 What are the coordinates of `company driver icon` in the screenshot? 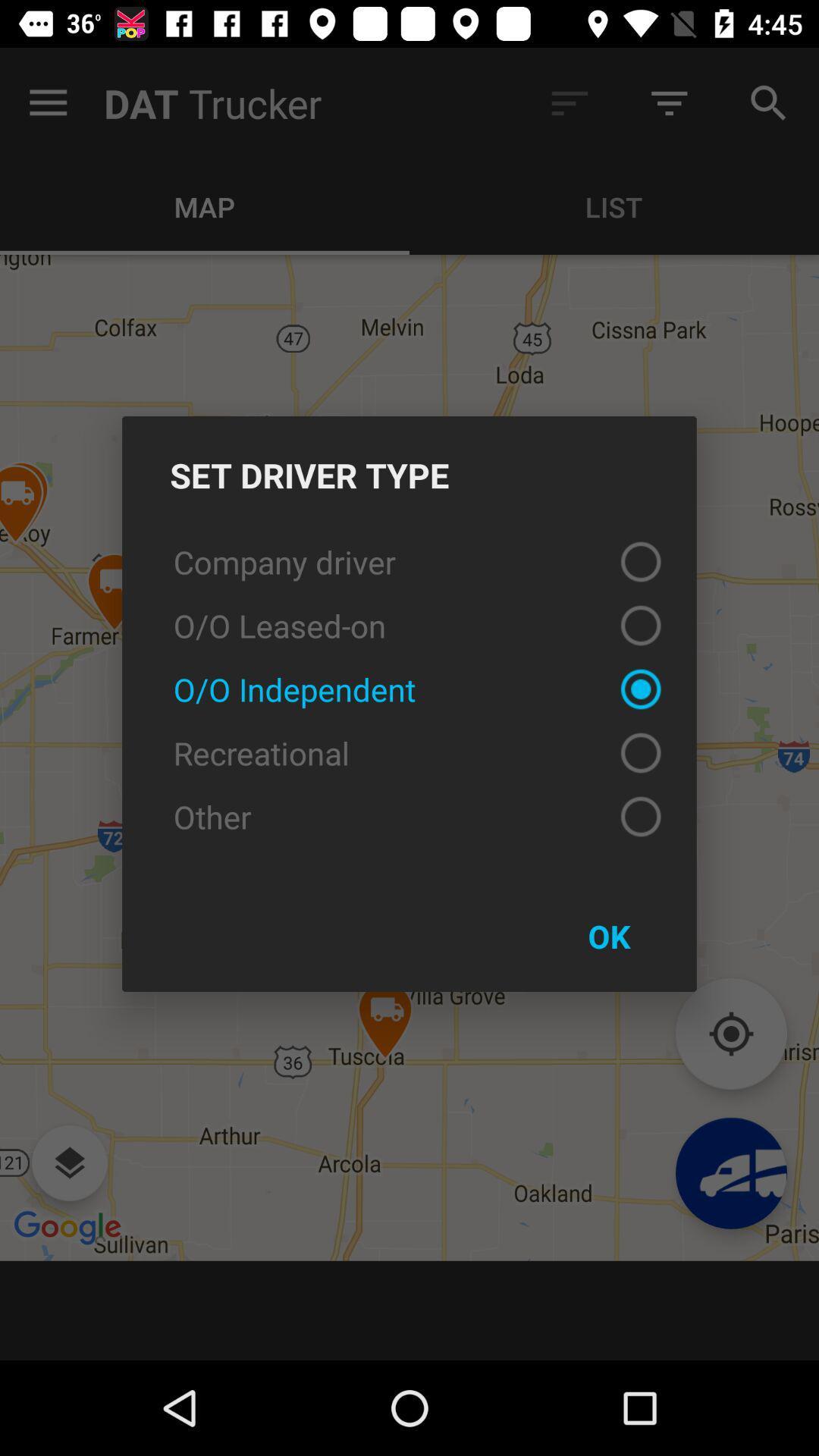 It's located at (409, 560).